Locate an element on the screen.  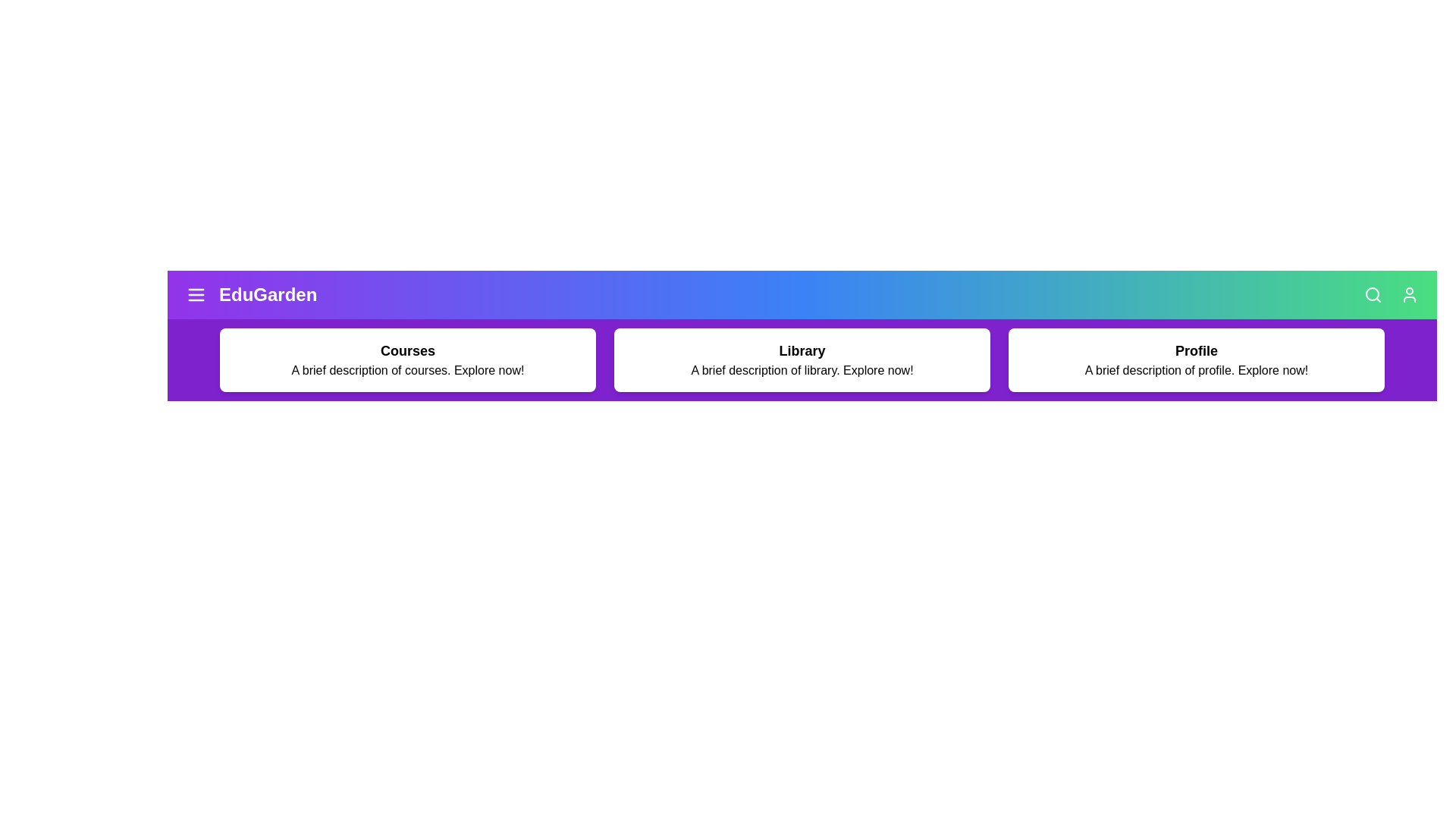
the menu icon to toggle the visibility of the menu is located at coordinates (196, 295).